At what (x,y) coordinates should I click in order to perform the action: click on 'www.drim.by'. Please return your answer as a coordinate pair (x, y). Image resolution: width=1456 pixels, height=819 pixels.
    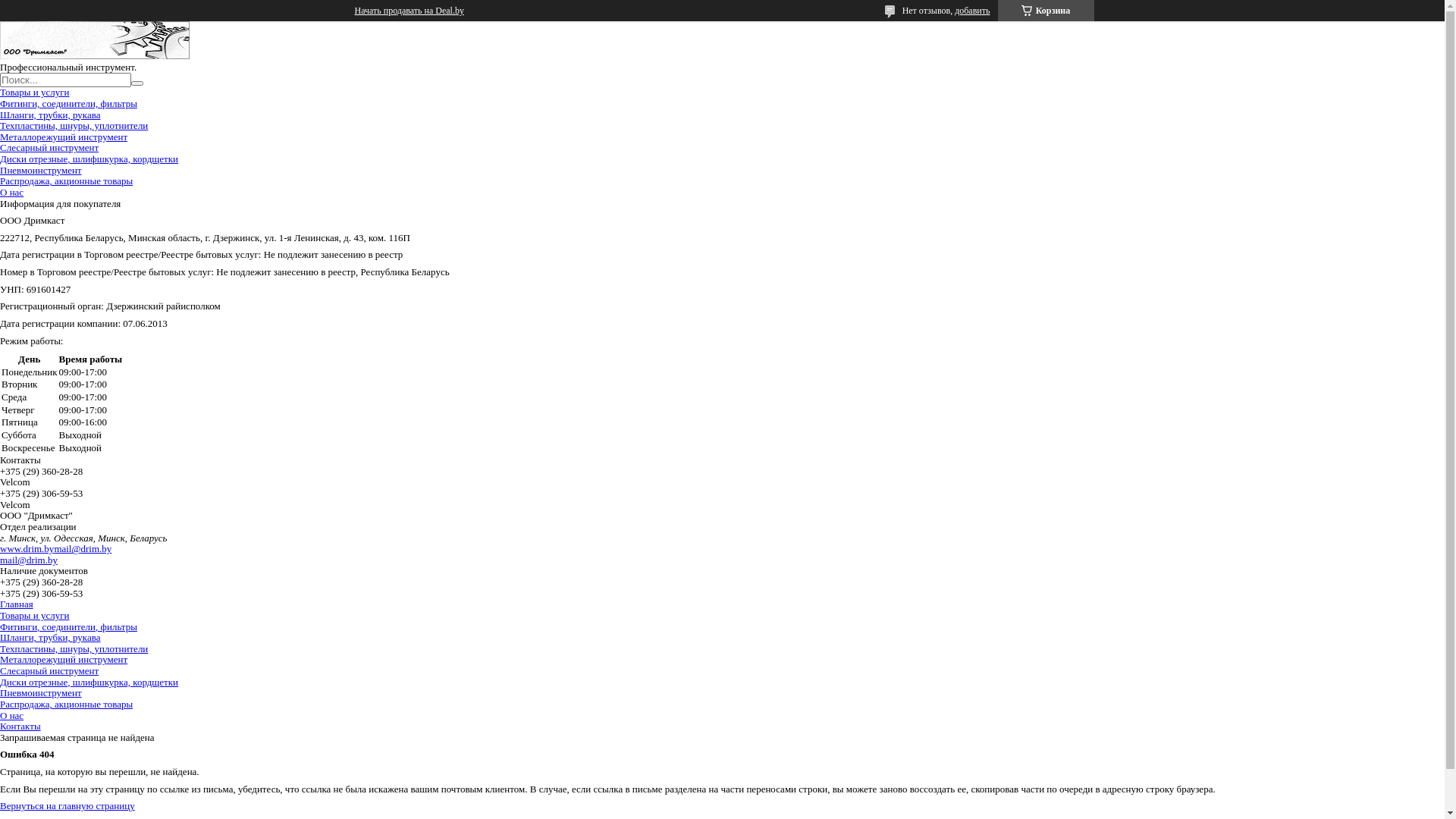
    Looking at the image, I should click on (27, 548).